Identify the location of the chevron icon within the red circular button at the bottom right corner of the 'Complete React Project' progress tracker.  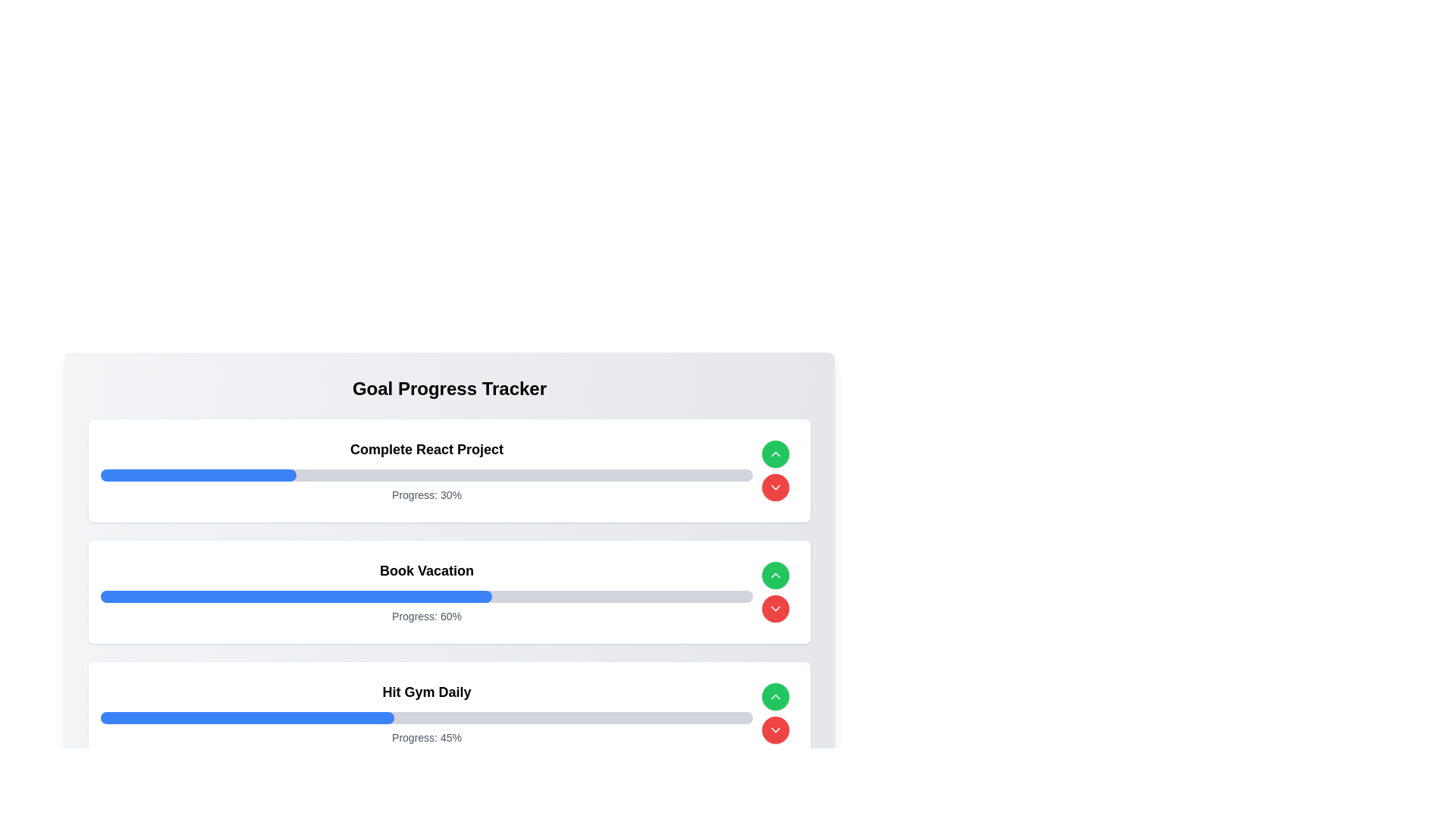
(775, 607).